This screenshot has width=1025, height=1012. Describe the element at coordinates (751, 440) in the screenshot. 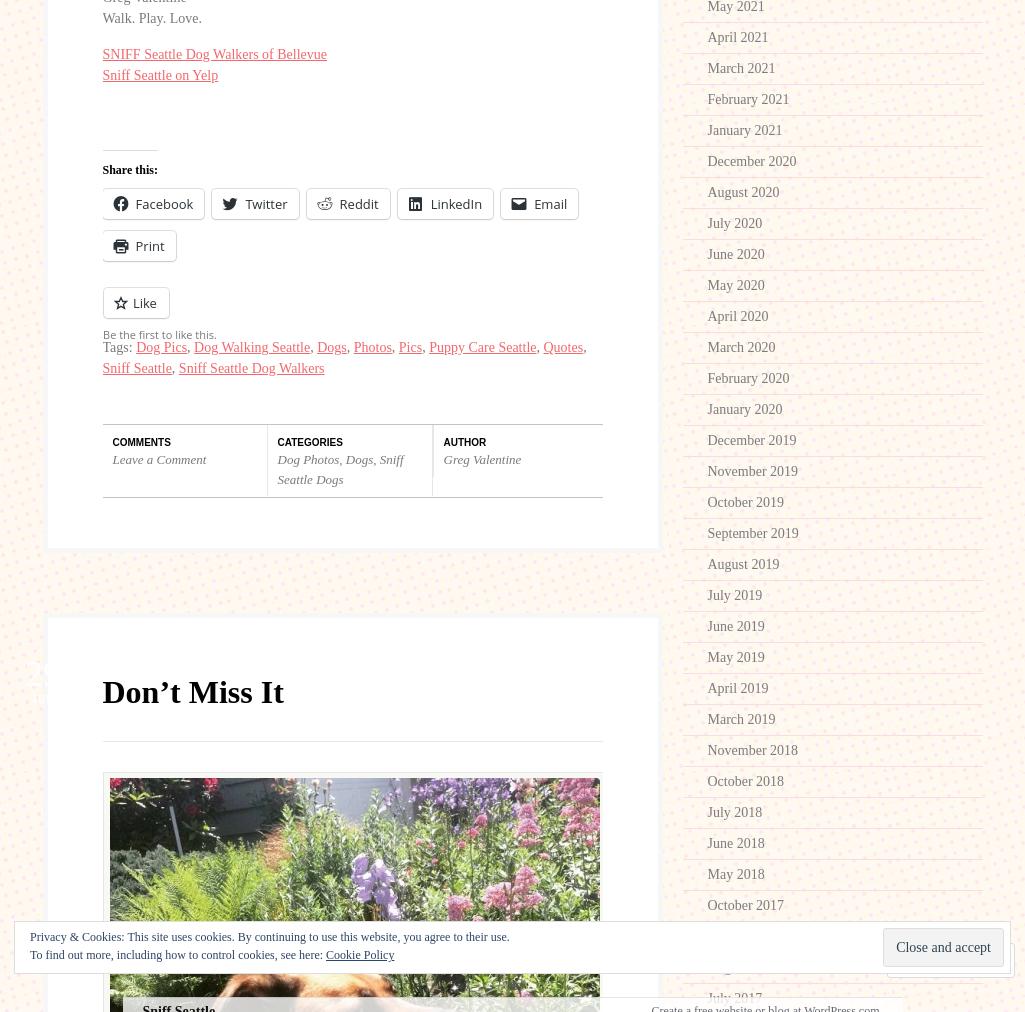

I see `'December 2019'` at that location.